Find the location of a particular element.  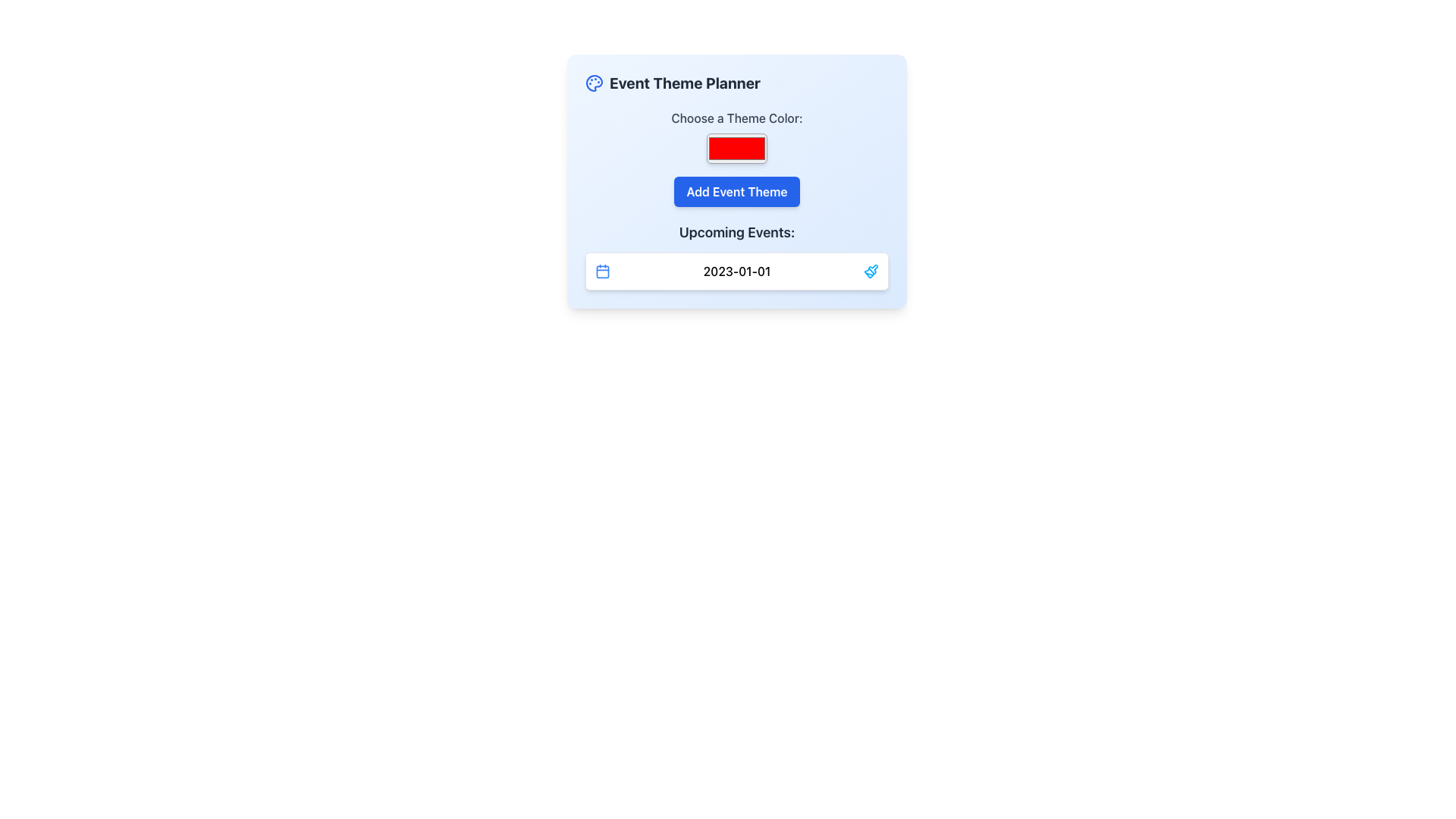

the blue paintbrush icon located beneath the text '2023-01-01' to initiate an editing action is located at coordinates (871, 271).